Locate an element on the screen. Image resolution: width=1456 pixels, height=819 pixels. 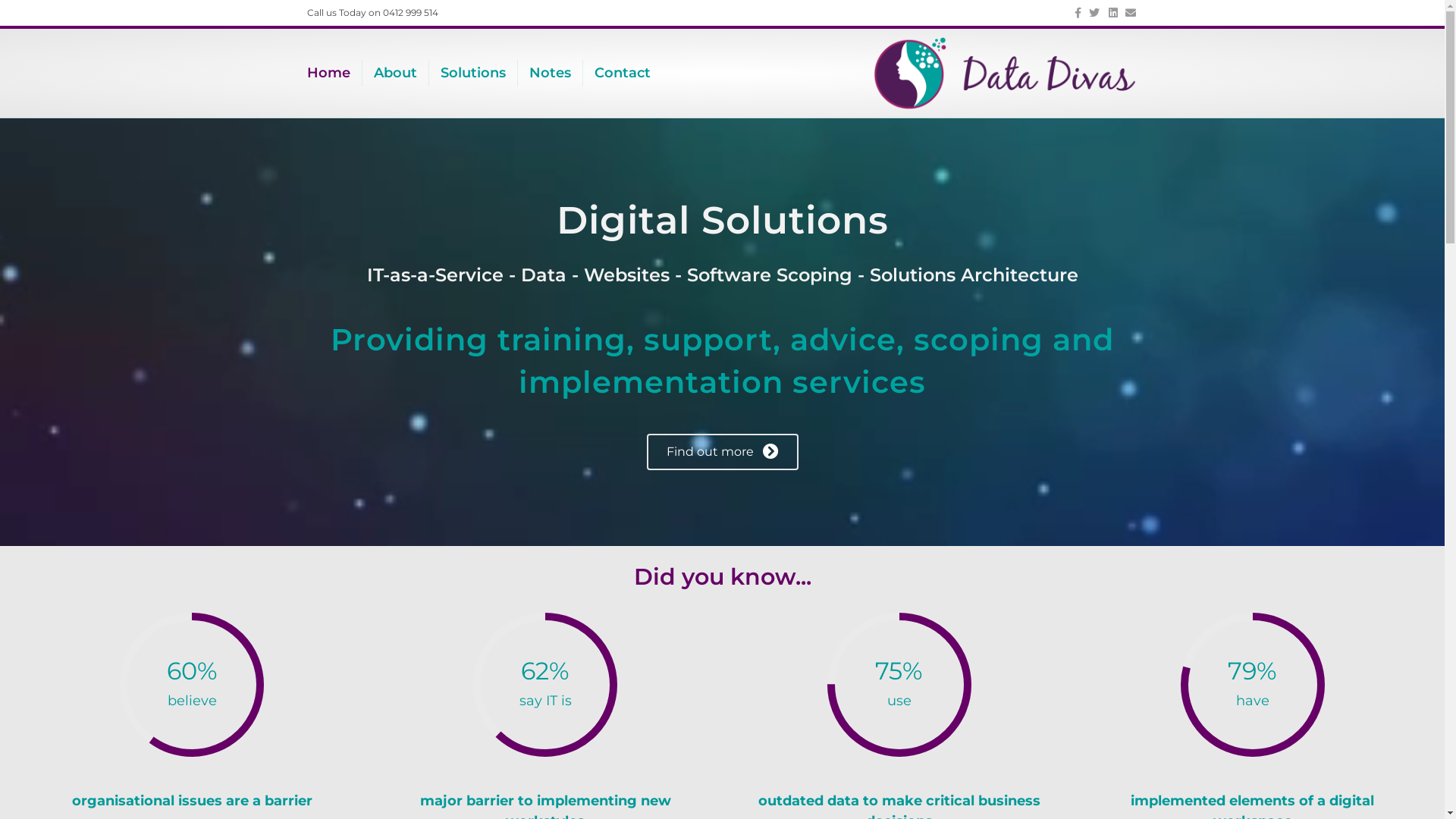
'About' is located at coordinates (396, 73).